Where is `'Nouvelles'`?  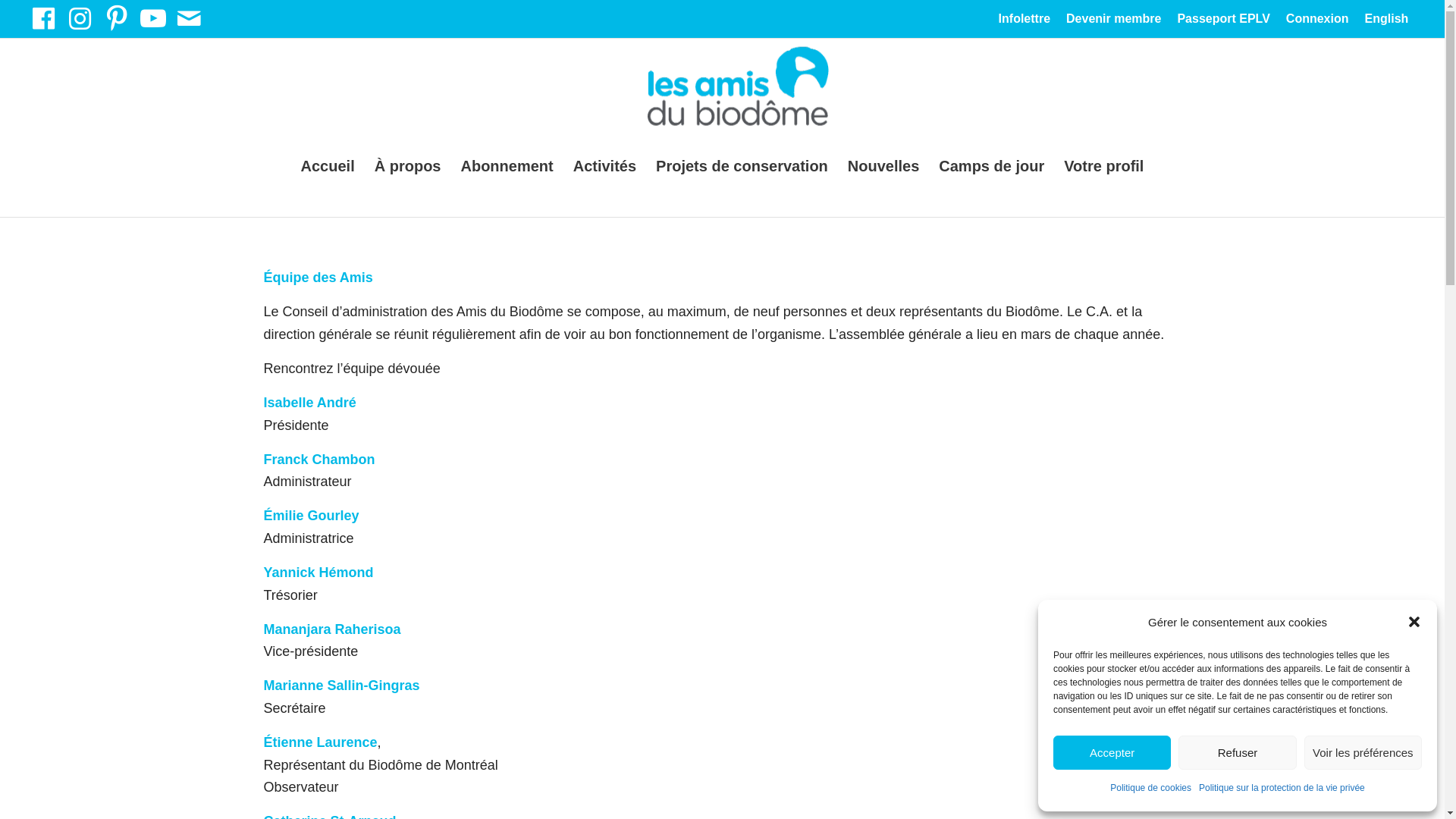 'Nouvelles' is located at coordinates (883, 166).